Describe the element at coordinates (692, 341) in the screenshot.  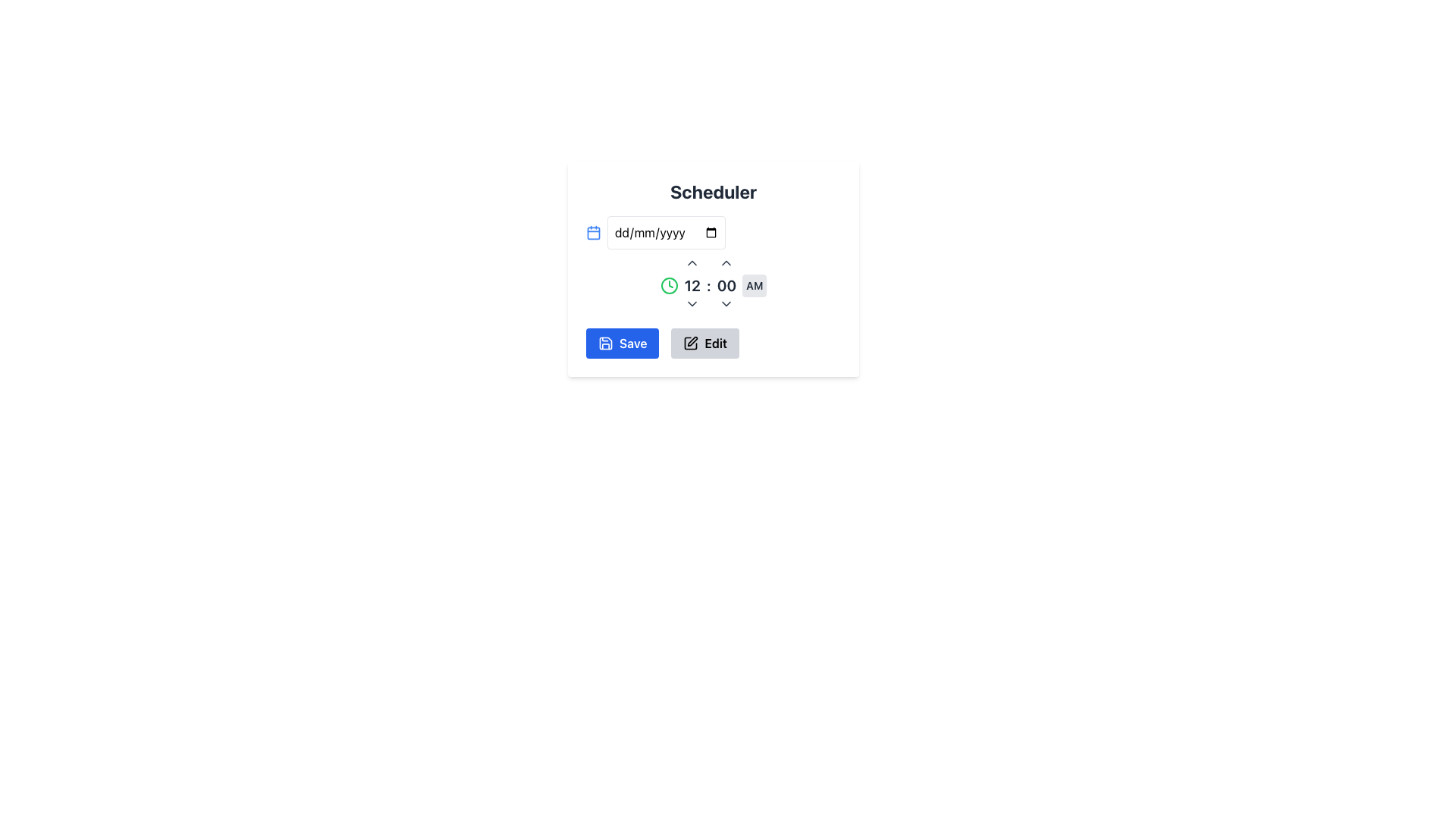
I see `the second icon button located to the right of the blue 'Save' button` at that location.